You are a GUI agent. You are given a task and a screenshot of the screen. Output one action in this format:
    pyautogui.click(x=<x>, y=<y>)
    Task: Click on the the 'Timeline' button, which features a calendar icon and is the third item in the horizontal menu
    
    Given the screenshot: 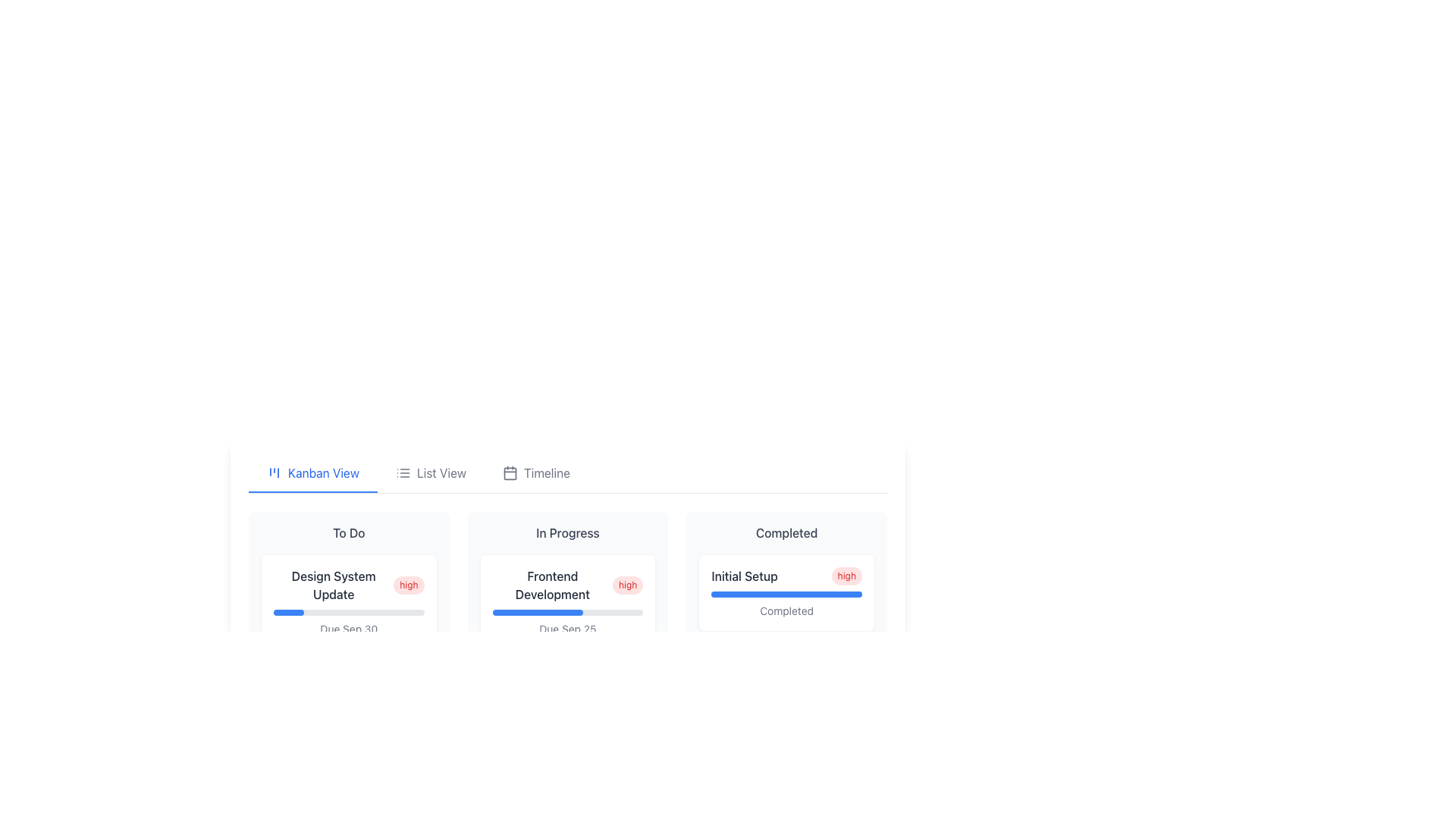 What is the action you would take?
    pyautogui.click(x=536, y=472)
    